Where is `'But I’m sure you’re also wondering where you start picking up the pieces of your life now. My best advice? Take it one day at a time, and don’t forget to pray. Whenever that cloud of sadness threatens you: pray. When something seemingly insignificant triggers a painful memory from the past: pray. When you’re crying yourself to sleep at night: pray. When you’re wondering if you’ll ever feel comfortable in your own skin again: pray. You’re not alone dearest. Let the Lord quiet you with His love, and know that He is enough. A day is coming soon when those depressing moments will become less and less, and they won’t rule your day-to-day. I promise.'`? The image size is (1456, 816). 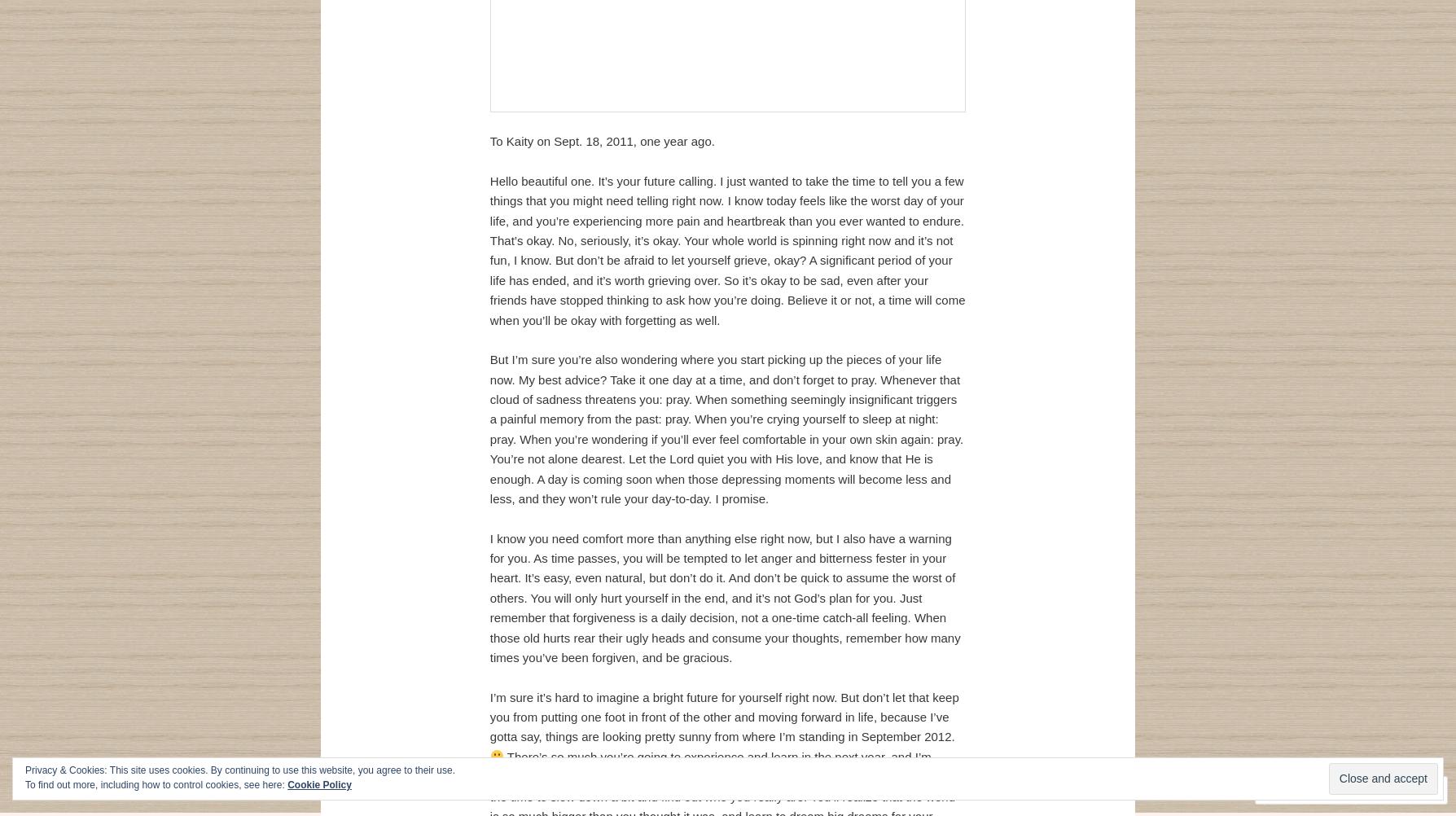
'But I’m sure you’re also wondering where you start picking up the pieces of your life now. My best advice? Take it one day at a time, and don’t forget to pray. Whenever that cloud of sadness threatens you: pray. When something seemingly insignificant triggers a painful memory from the past: pray. When you’re crying yourself to sleep at night: pray. When you’re wondering if you’ll ever feel comfortable in your own skin again: pray. You’re not alone dearest. Let the Lord quiet you with His love, and know that He is enough. A day is coming soon when those depressing moments will become less and less, and they won’t rule your day-to-day. I promise.' is located at coordinates (726, 428).